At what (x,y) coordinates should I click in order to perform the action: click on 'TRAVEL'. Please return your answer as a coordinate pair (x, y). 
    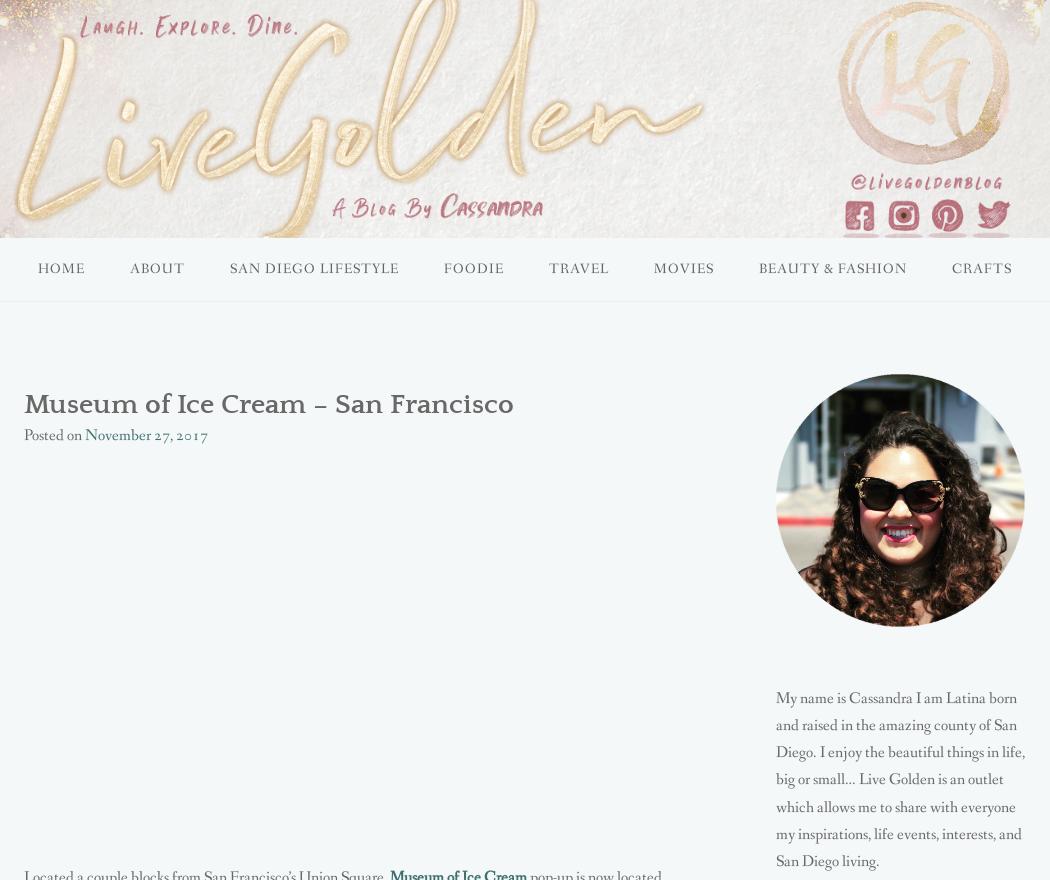
    Looking at the image, I should click on (577, 269).